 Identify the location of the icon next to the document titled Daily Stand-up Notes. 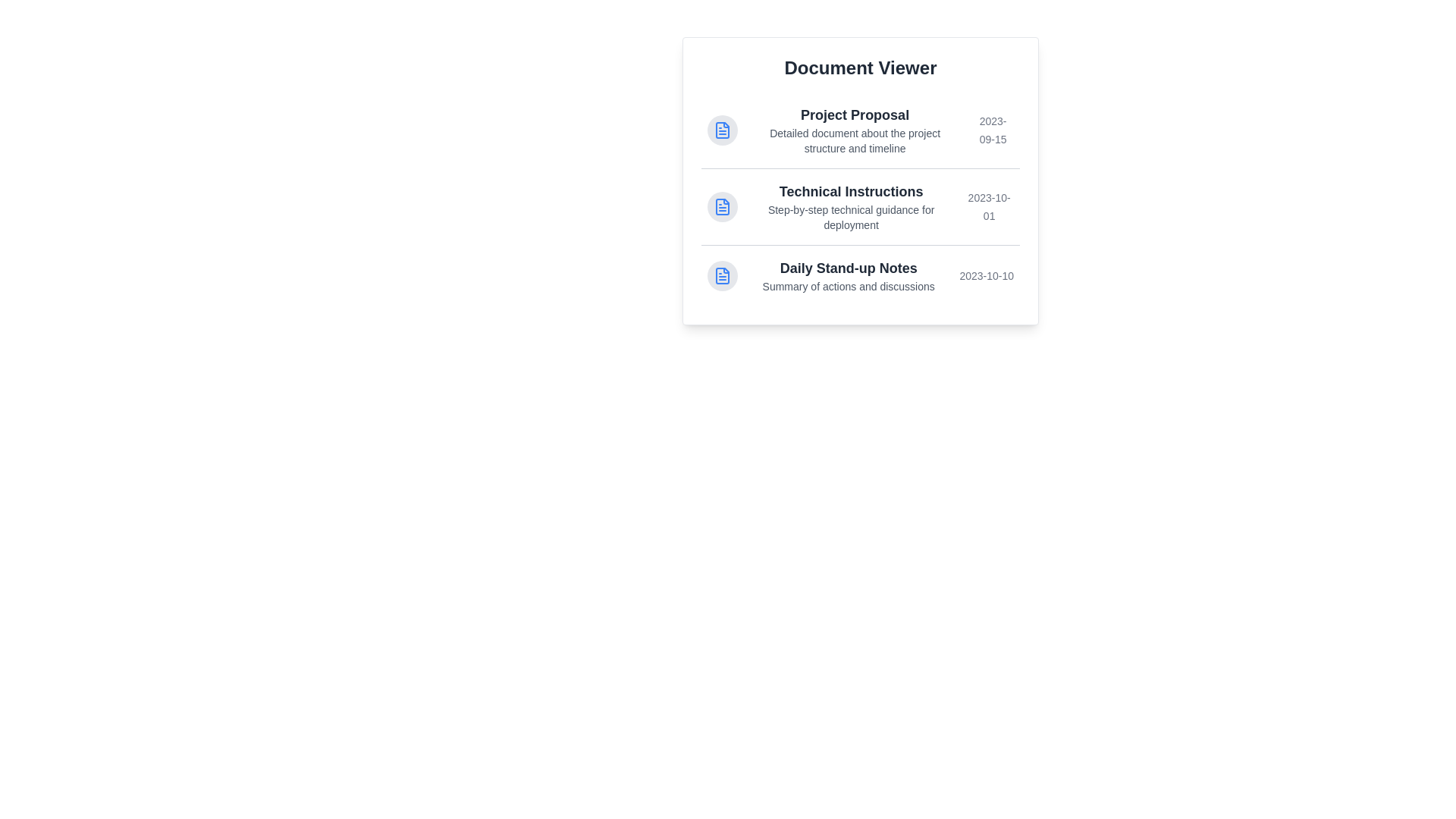
(722, 275).